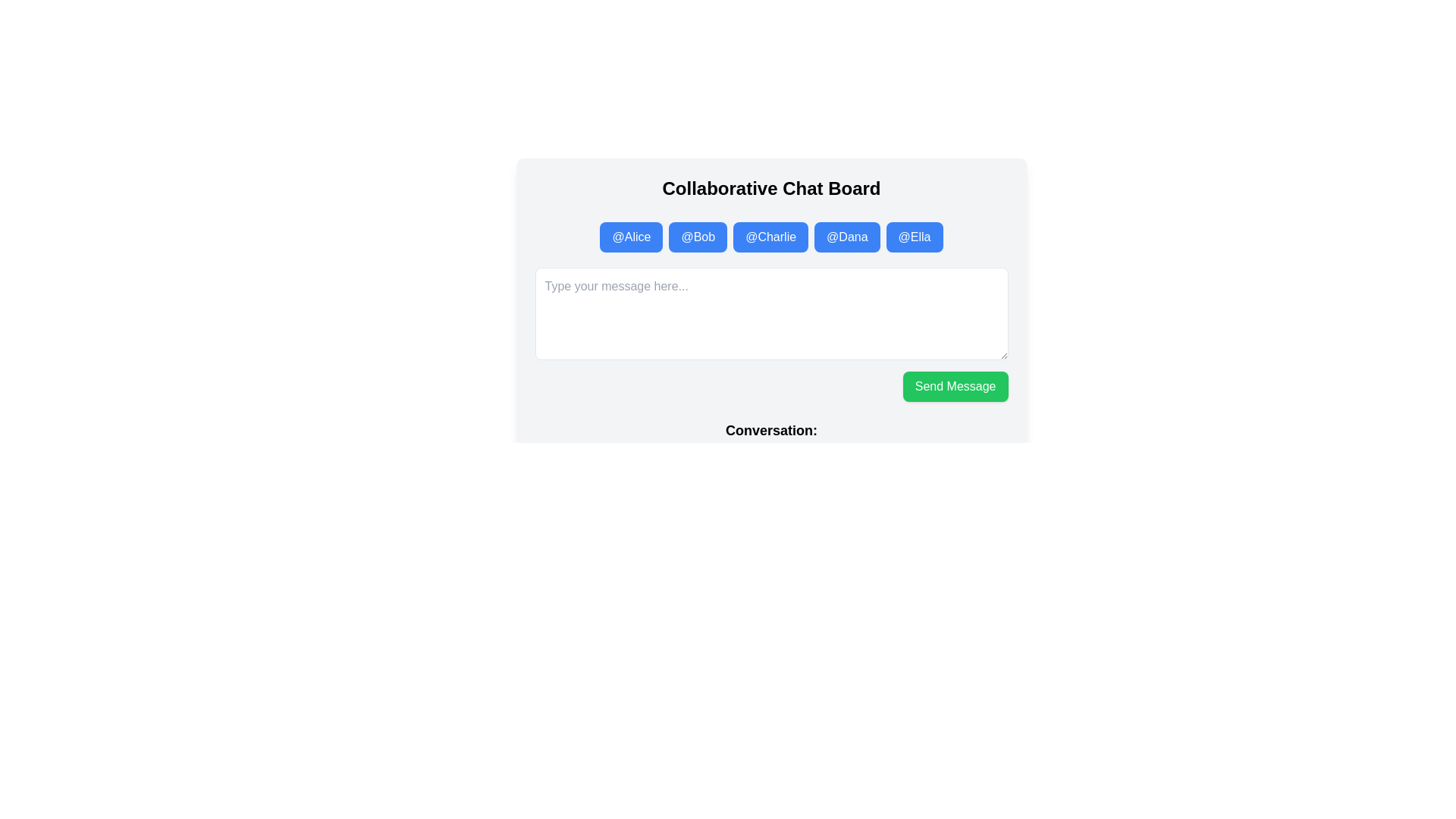 The height and width of the screenshot is (819, 1456). Describe the element at coordinates (631, 237) in the screenshot. I see `the '@Alice' button, which is the first in a row of similar buttons on the Collaborative Chat Board` at that location.